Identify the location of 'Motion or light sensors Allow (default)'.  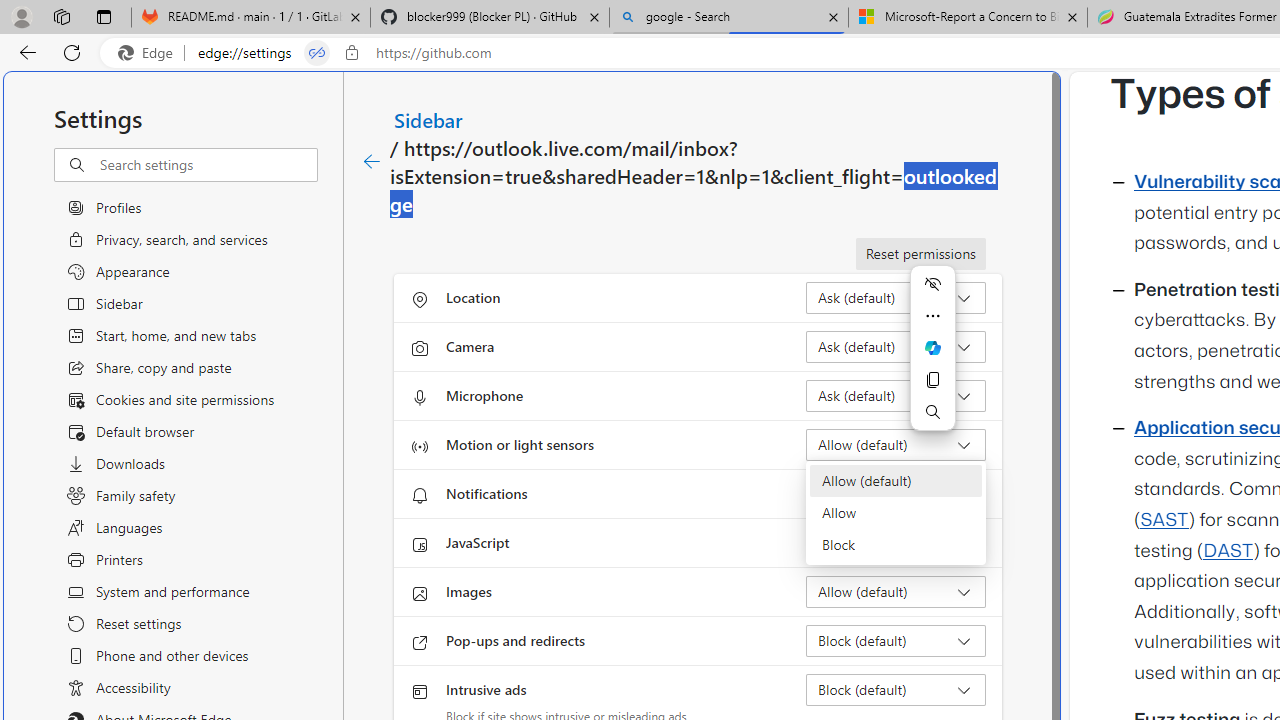
(895, 443).